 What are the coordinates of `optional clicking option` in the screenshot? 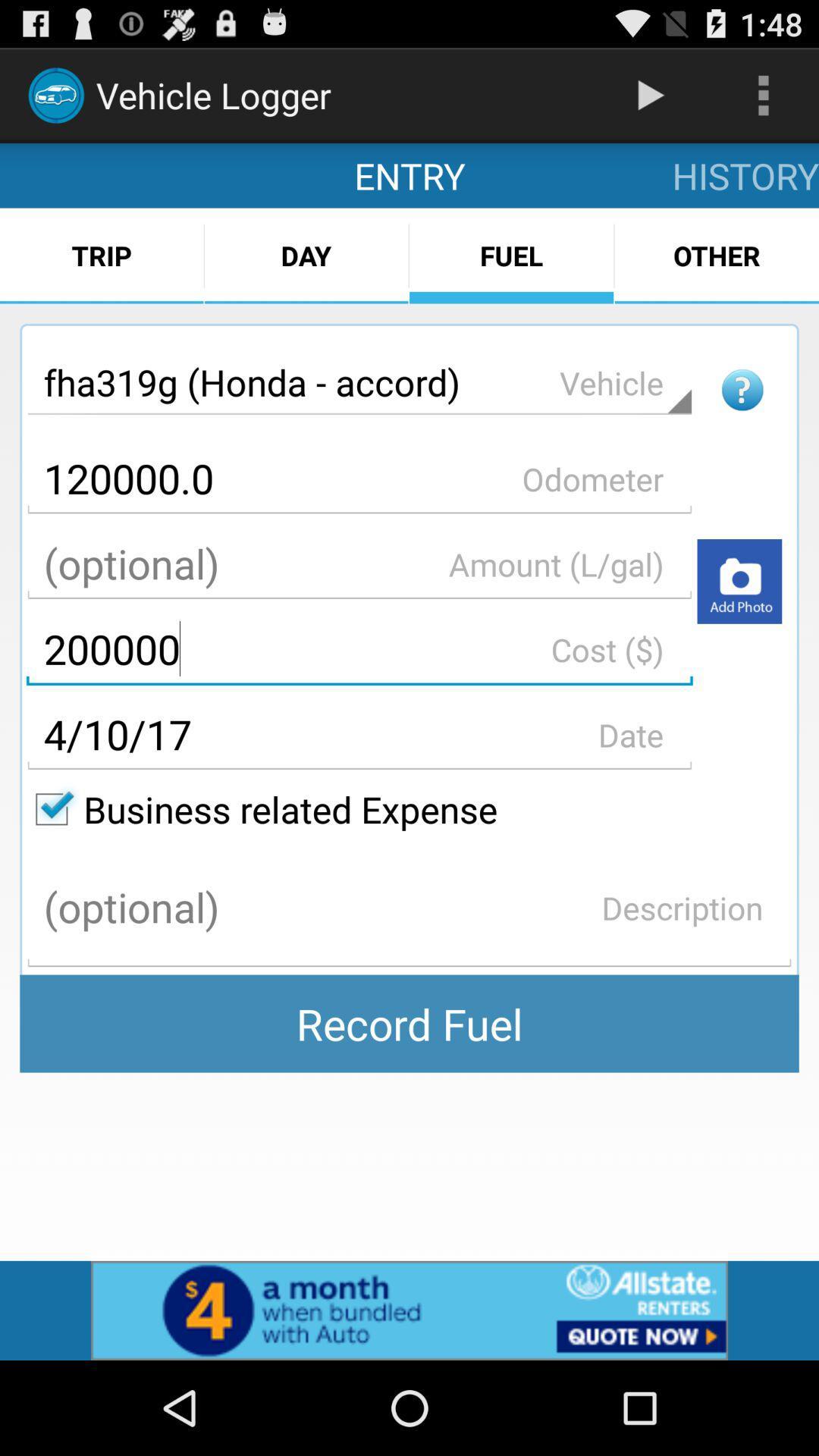 It's located at (359, 563).